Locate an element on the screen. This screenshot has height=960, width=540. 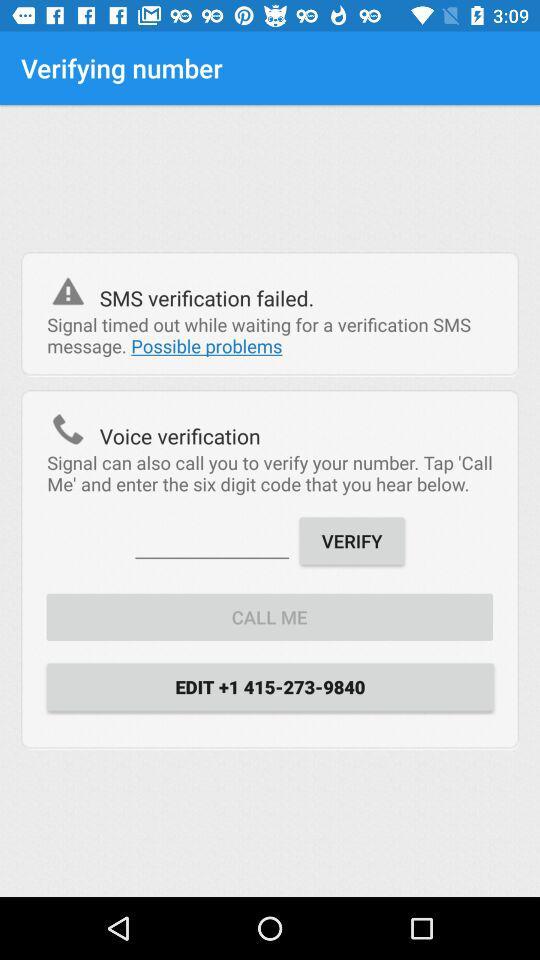
icon above the call me icon is located at coordinates (211, 538).